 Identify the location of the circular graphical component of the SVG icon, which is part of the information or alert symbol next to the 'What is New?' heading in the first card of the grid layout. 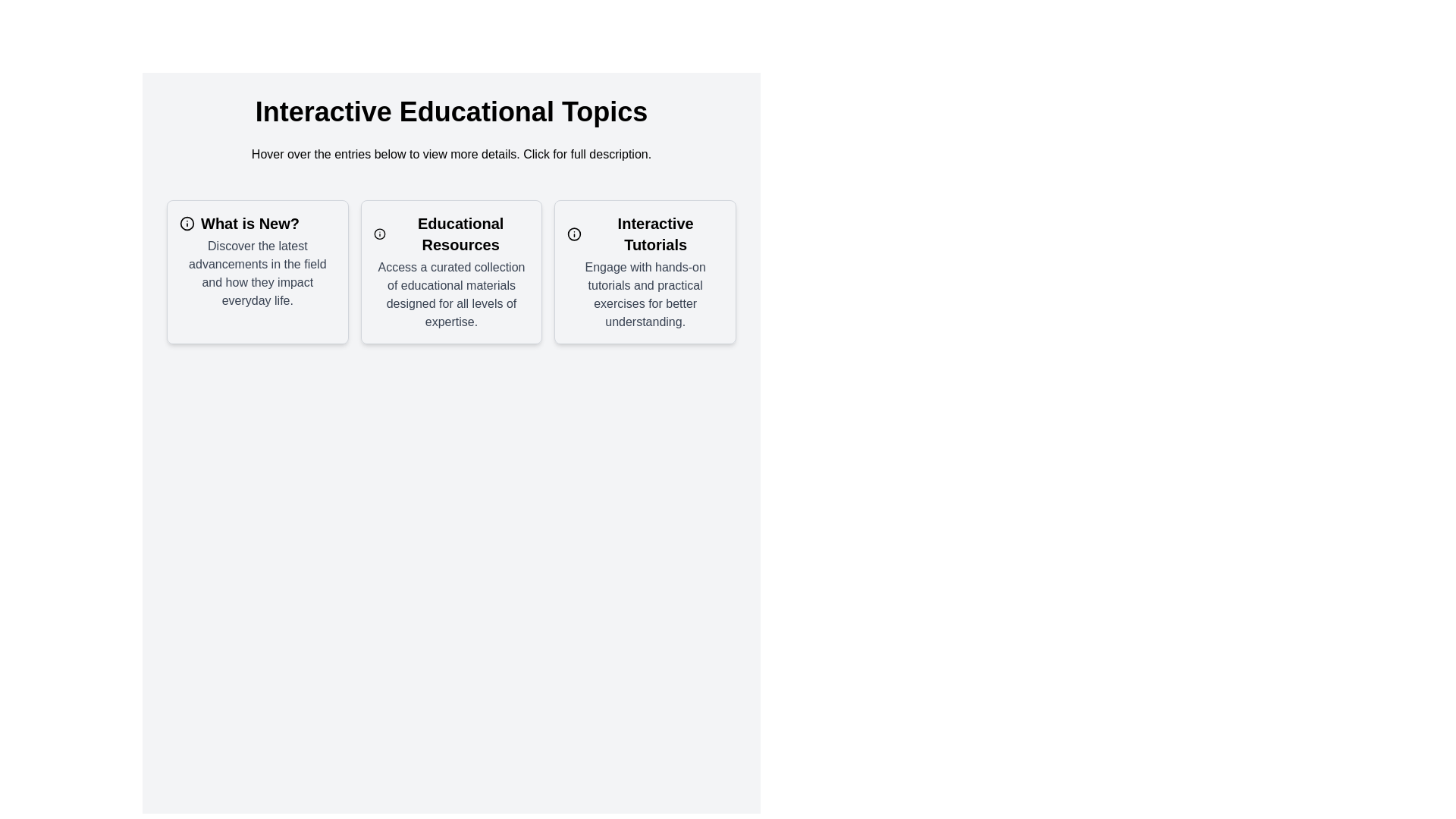
(186, 223).